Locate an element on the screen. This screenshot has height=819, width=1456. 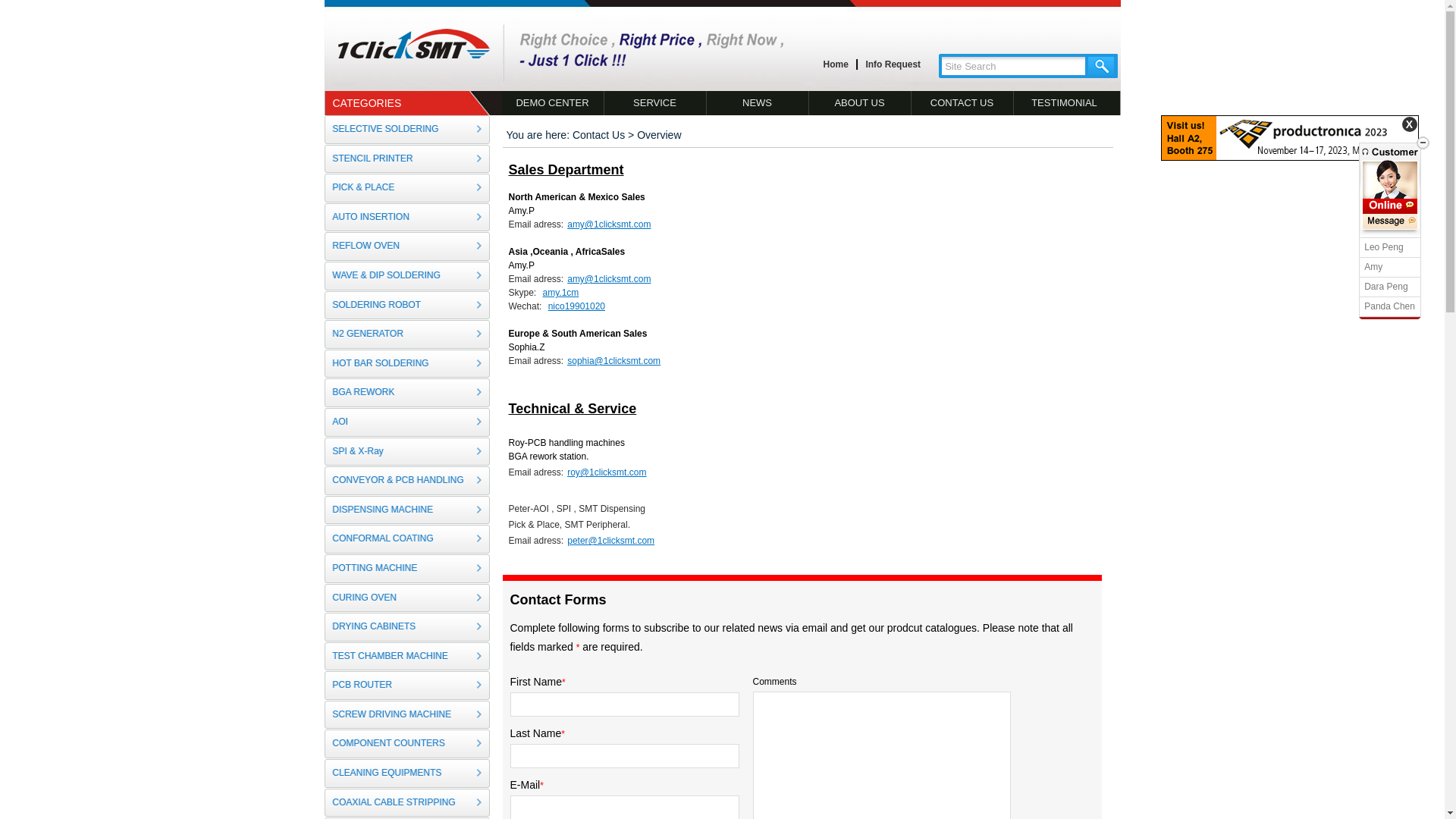
'AOI' is located at coordinates (407, 422).